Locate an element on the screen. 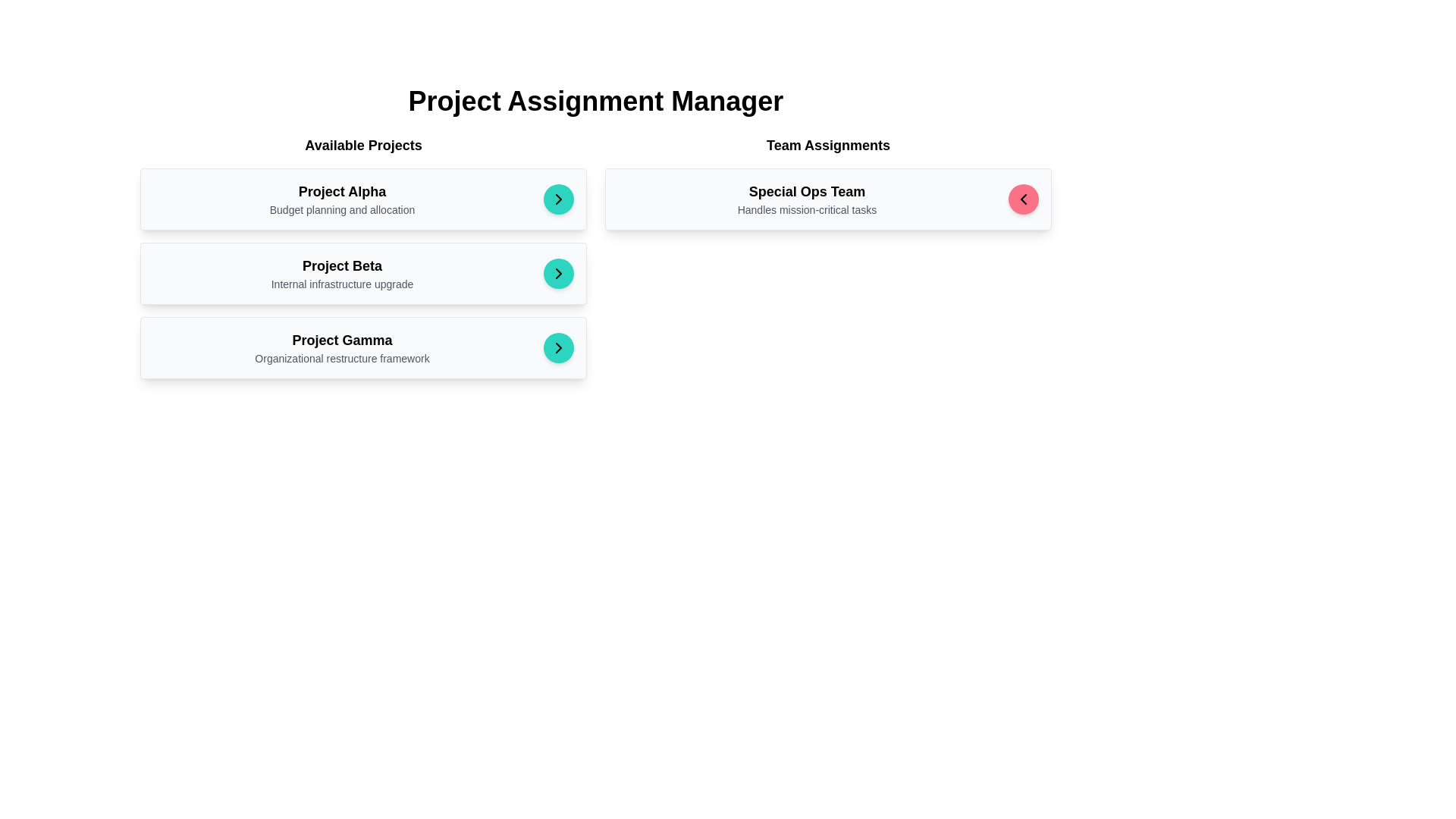 This screenshot has height=819, width=1456. the Text Label that provides a descriptive subtitle for the project titled 'Project Gamma', located beneath the title of the same project in a vertically aligned list of available projects is located at coordinates (341, 359).